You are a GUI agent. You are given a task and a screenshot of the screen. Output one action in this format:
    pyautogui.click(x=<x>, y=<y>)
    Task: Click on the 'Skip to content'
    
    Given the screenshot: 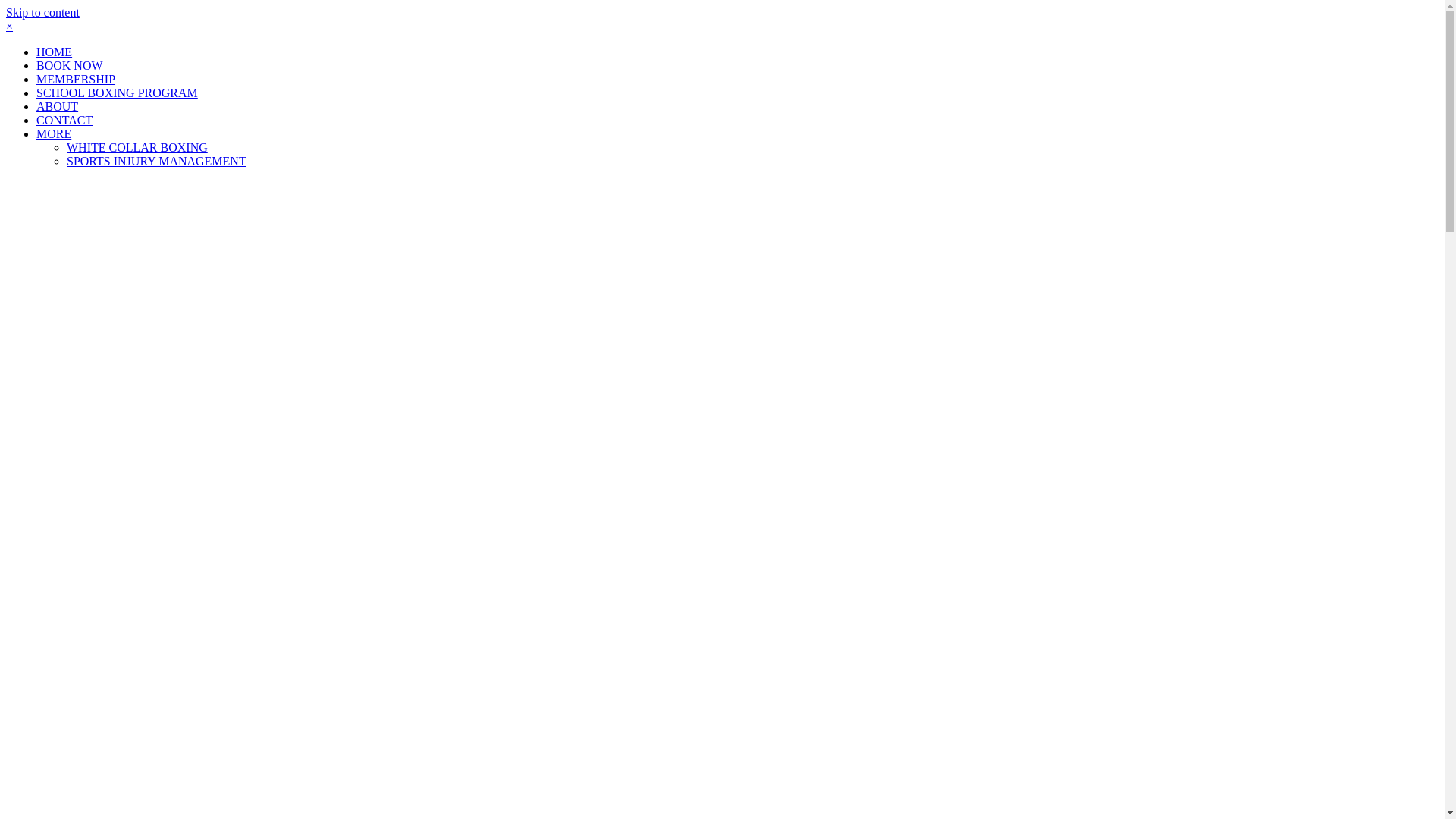 What is the action you would take?
    pyautogui.click(x=42, y=12)
    